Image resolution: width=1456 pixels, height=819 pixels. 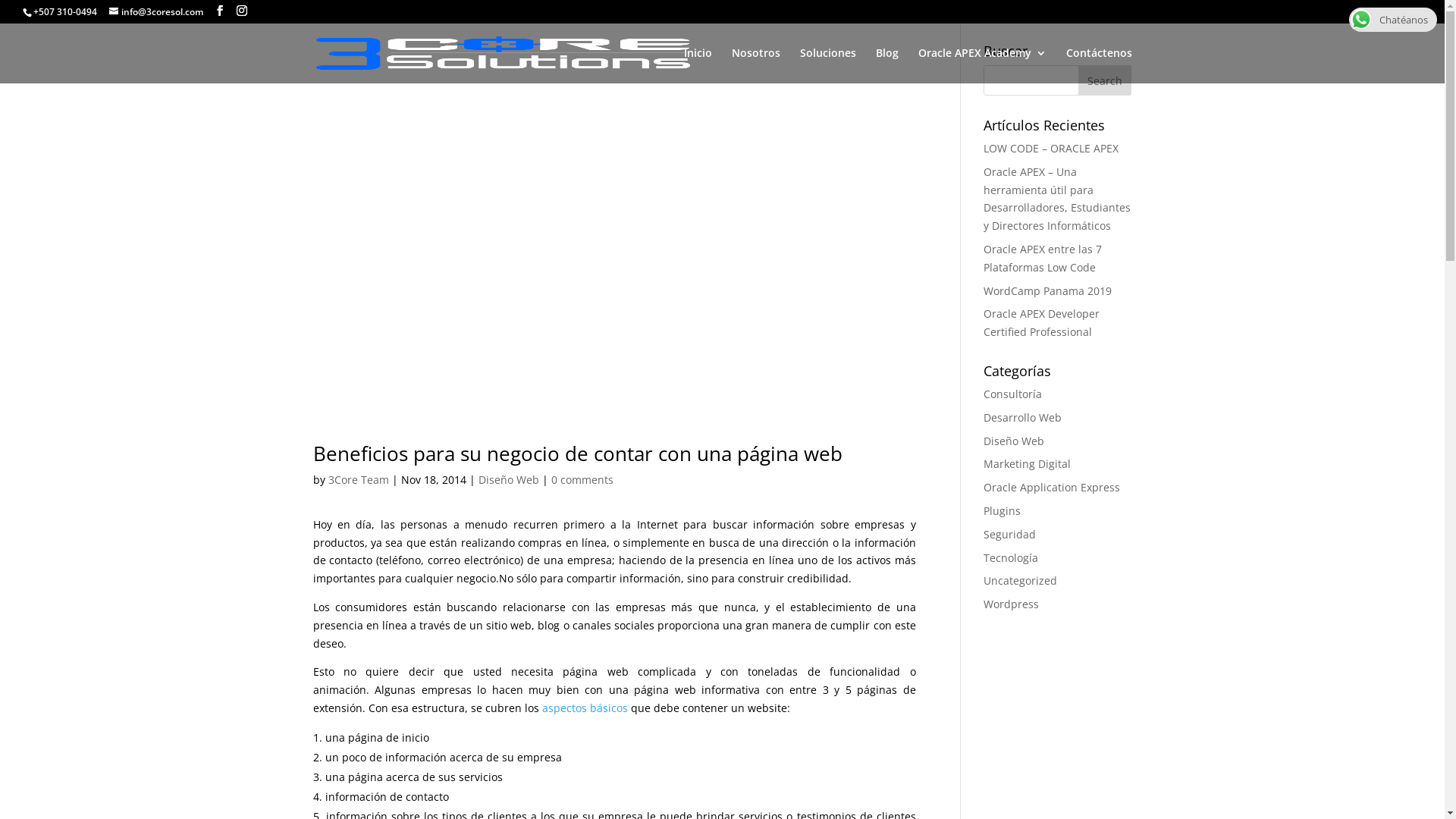 I want to click on 'Oracle APEX Academy', so click(x=916, y=64).